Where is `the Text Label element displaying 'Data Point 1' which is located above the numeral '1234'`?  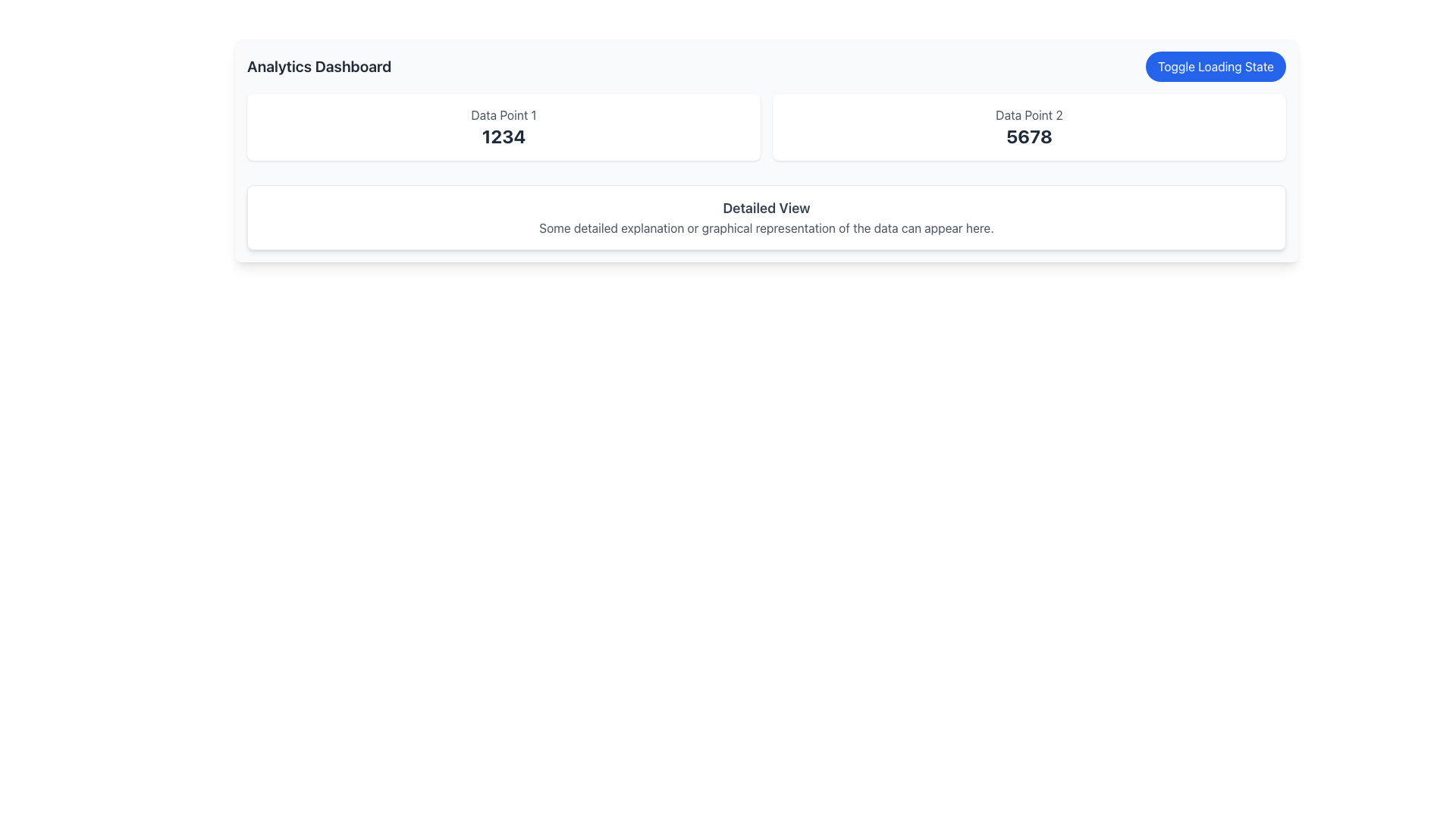 the Text Label element displaying 'Data Point 1' which is located above the numeral '1234' is located at coordinates (504, 114).